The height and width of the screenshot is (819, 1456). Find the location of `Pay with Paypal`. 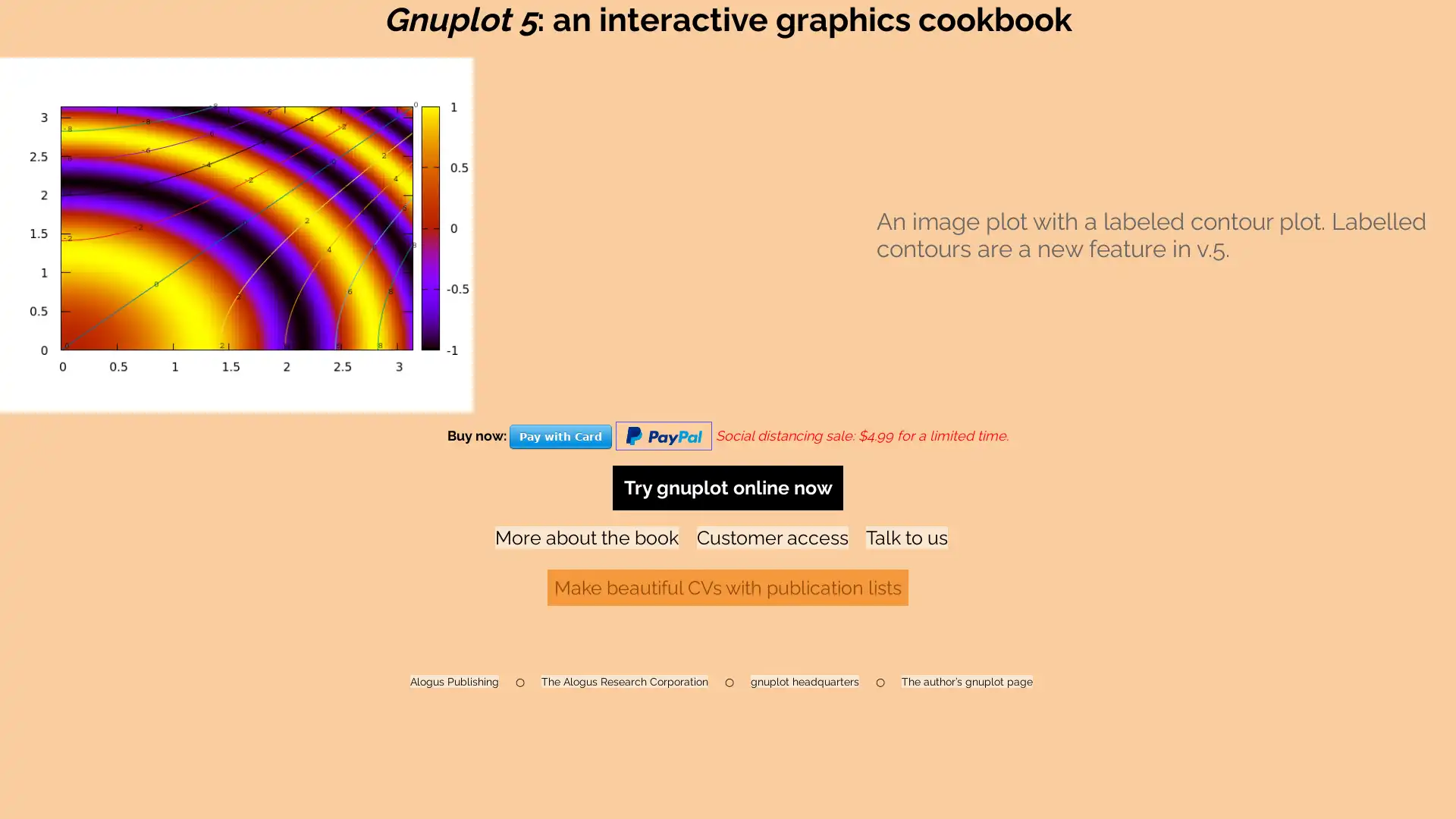

Pay with Paypal is located at coordinates (663, 435).